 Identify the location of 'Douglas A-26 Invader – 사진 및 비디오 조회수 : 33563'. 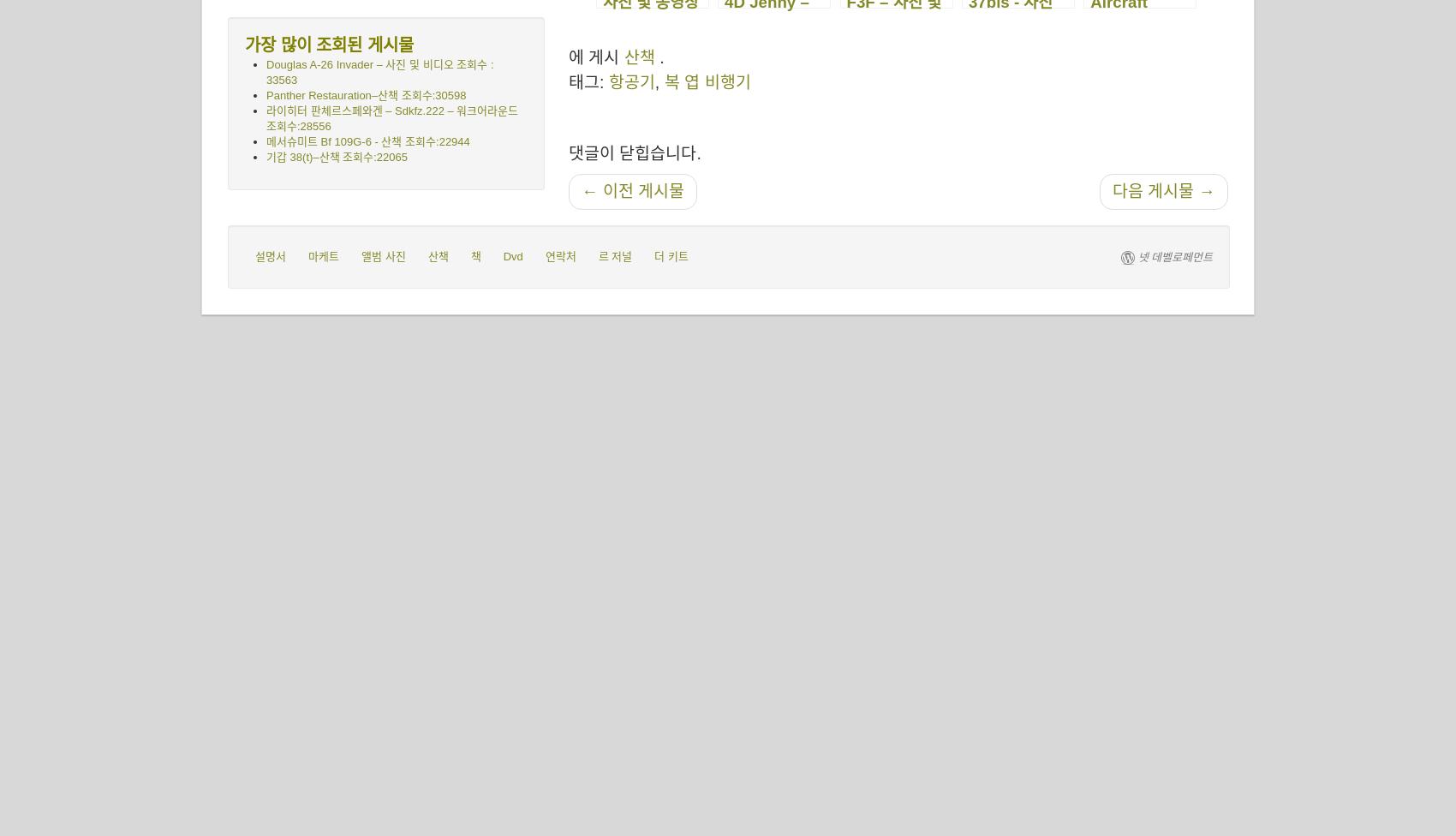
(266, 72).